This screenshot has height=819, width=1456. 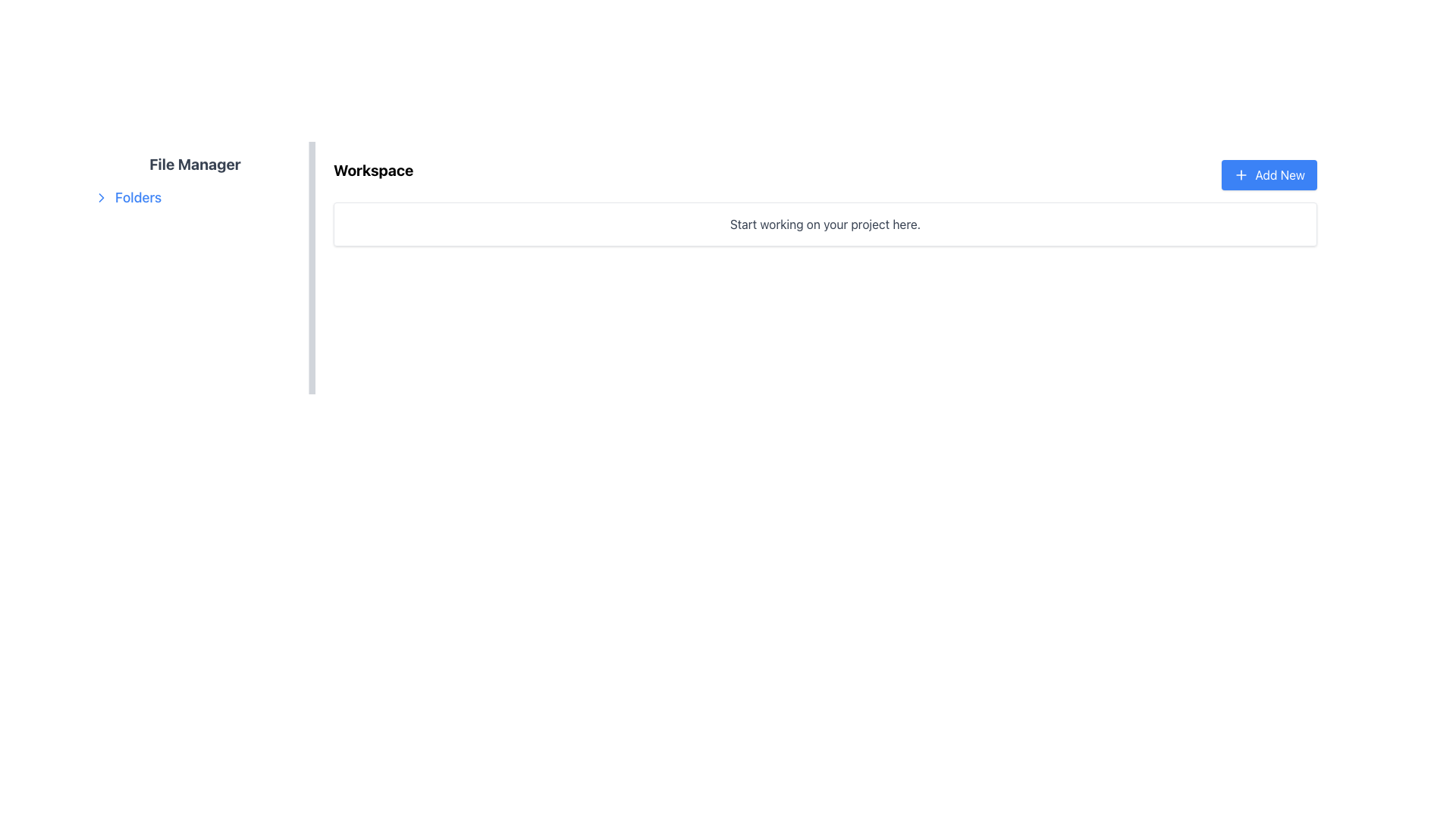 I want to click on instructional text block located centrally beneath the 'Workspace' header and 'Add New' button, so click(x=824, y=224).